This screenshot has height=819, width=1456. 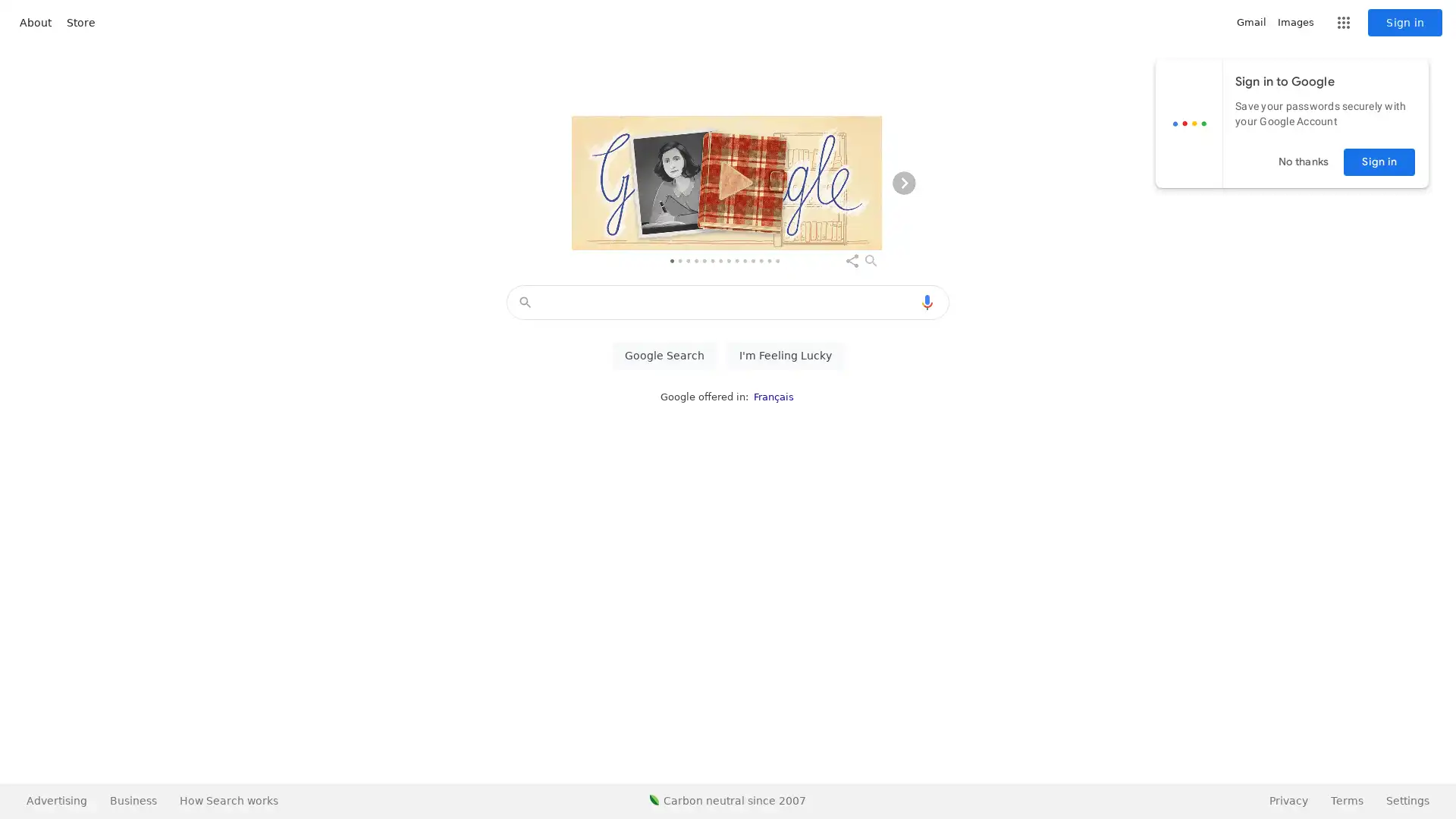 What do you see at coordinates (785, 356) in the screenshot?
I see `I'm Feeling Lucky` at bounding box center [785, 356].